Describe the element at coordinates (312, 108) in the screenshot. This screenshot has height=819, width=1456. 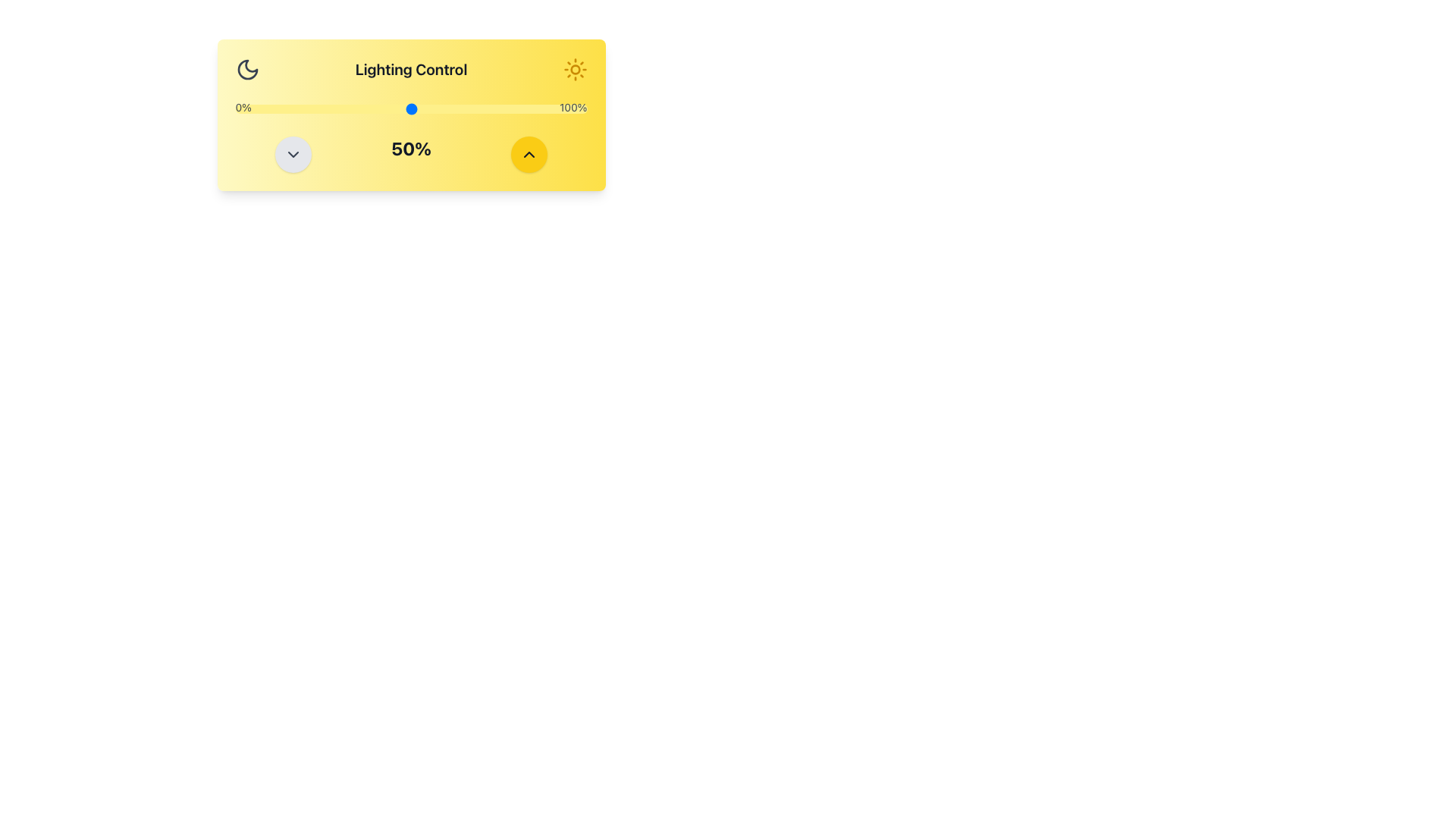
I see `the slider` at that location.